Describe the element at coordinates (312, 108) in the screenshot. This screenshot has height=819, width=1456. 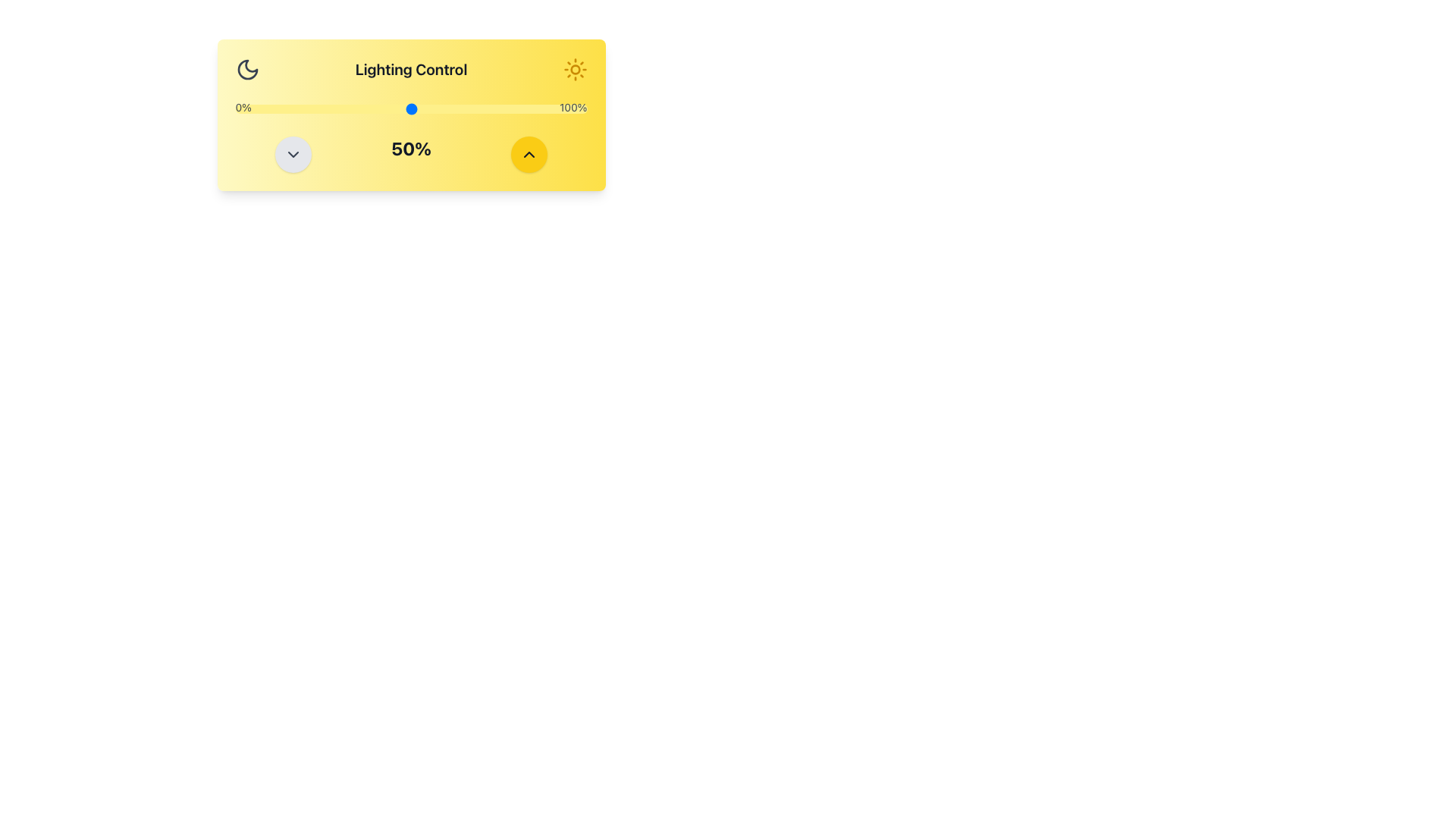
I see `the slider` at that location.